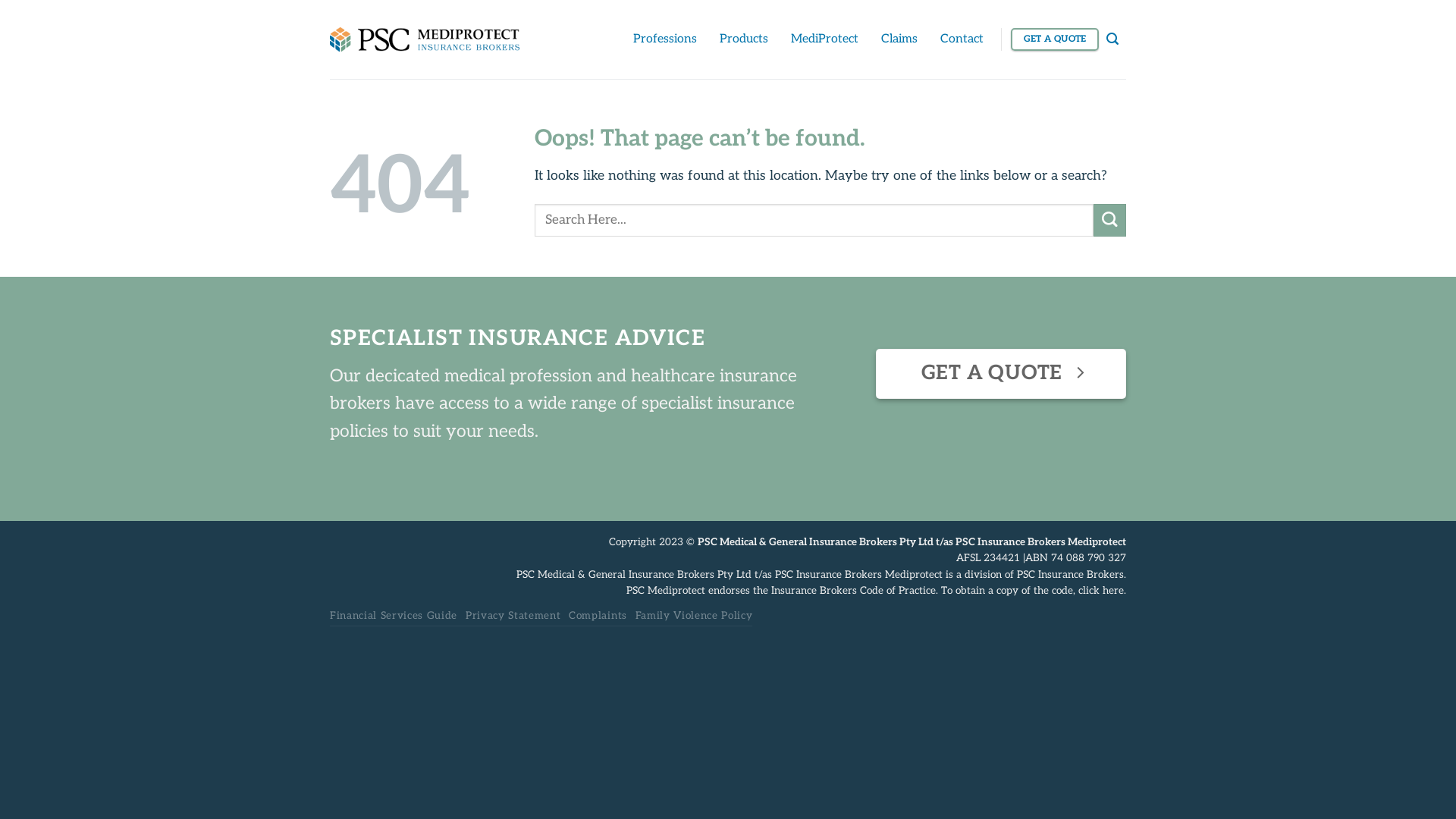 The height and width of the screenshot is (819, 1456). Describe the element at coordinates (961, 38) in the screenshot. I see `'Contact'` at that location.